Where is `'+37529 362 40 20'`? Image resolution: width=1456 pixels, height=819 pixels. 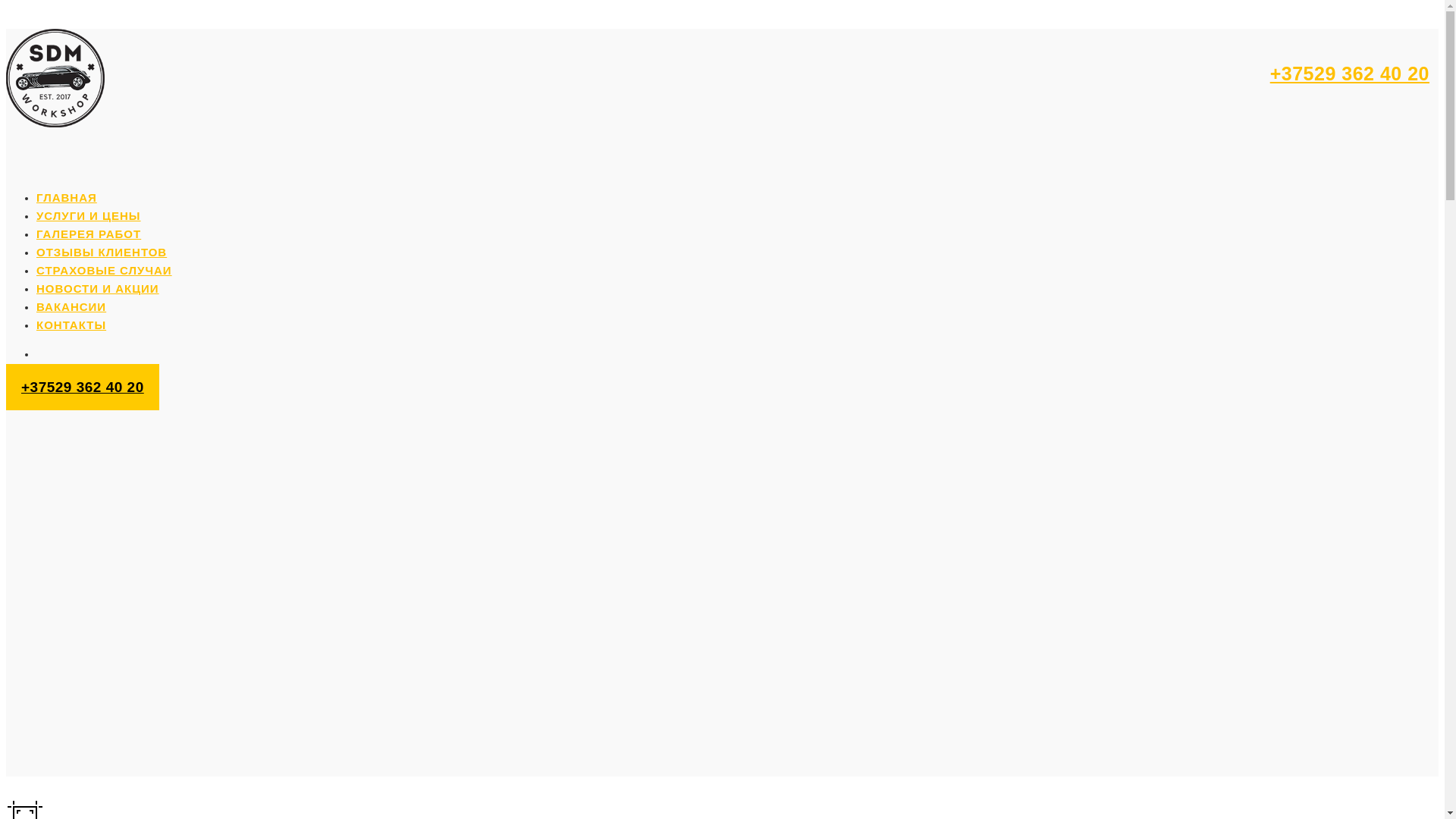
'+37529 362 40 20' is located at coordinates (1350, 73).